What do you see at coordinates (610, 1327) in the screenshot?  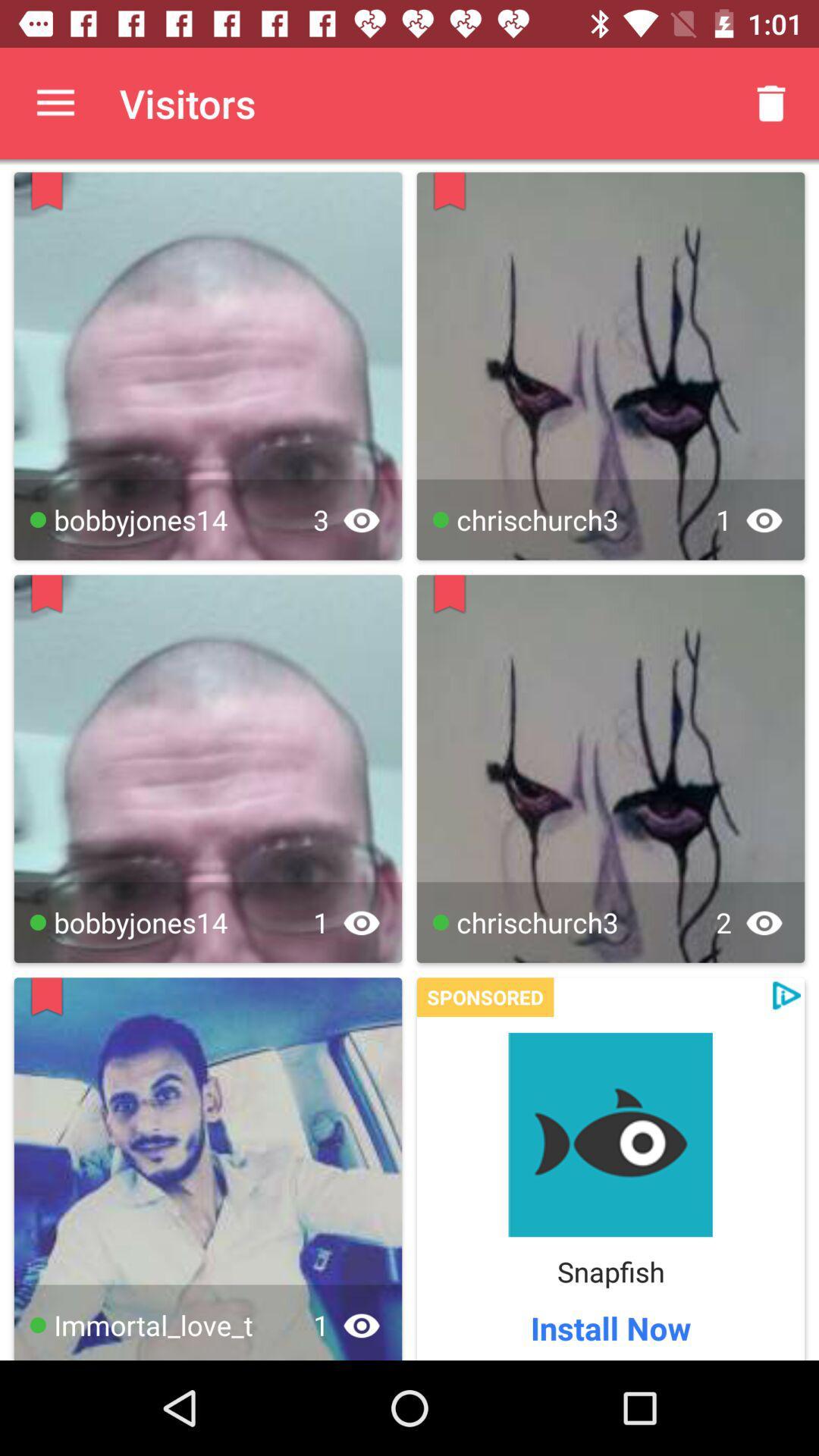 I see `the item below the snapfish app` at bounding box center [610, 1327].